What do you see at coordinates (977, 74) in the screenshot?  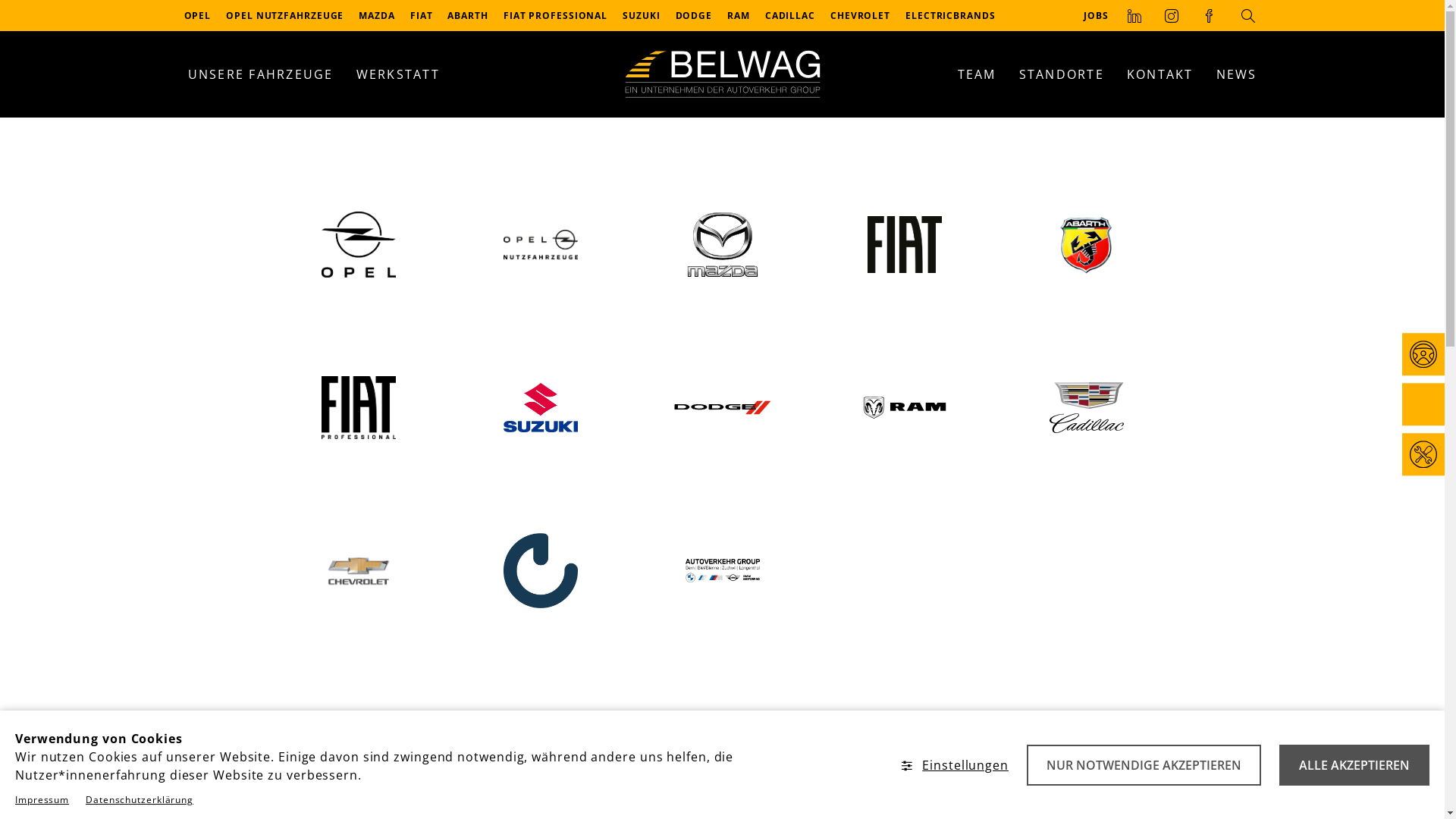 I see `'TEAM'` at bounding box center [977, 74].